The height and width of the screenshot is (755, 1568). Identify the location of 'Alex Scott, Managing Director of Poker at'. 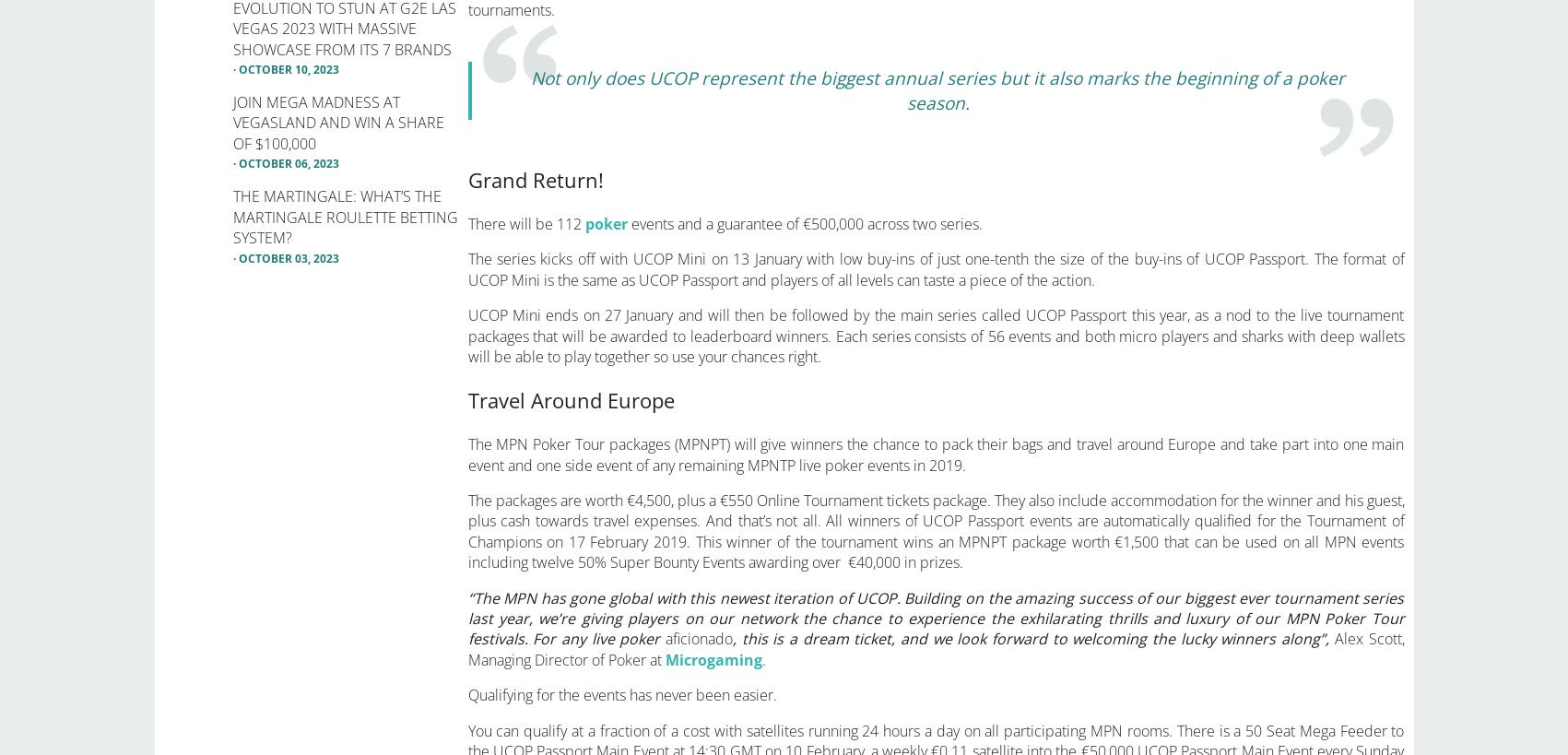
(935, 648).